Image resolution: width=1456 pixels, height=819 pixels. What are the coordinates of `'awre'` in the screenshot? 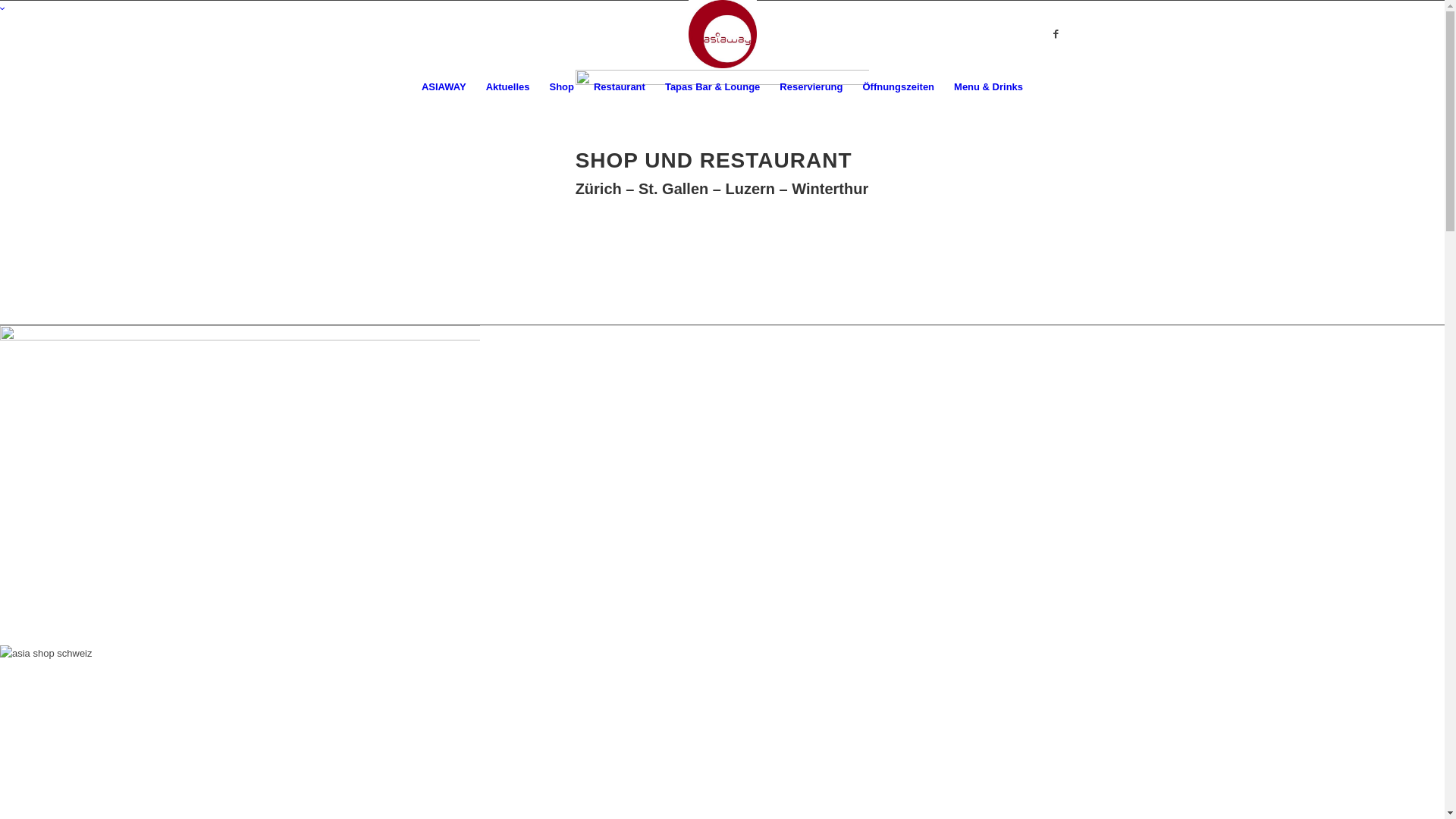 It's located at (722, 108).